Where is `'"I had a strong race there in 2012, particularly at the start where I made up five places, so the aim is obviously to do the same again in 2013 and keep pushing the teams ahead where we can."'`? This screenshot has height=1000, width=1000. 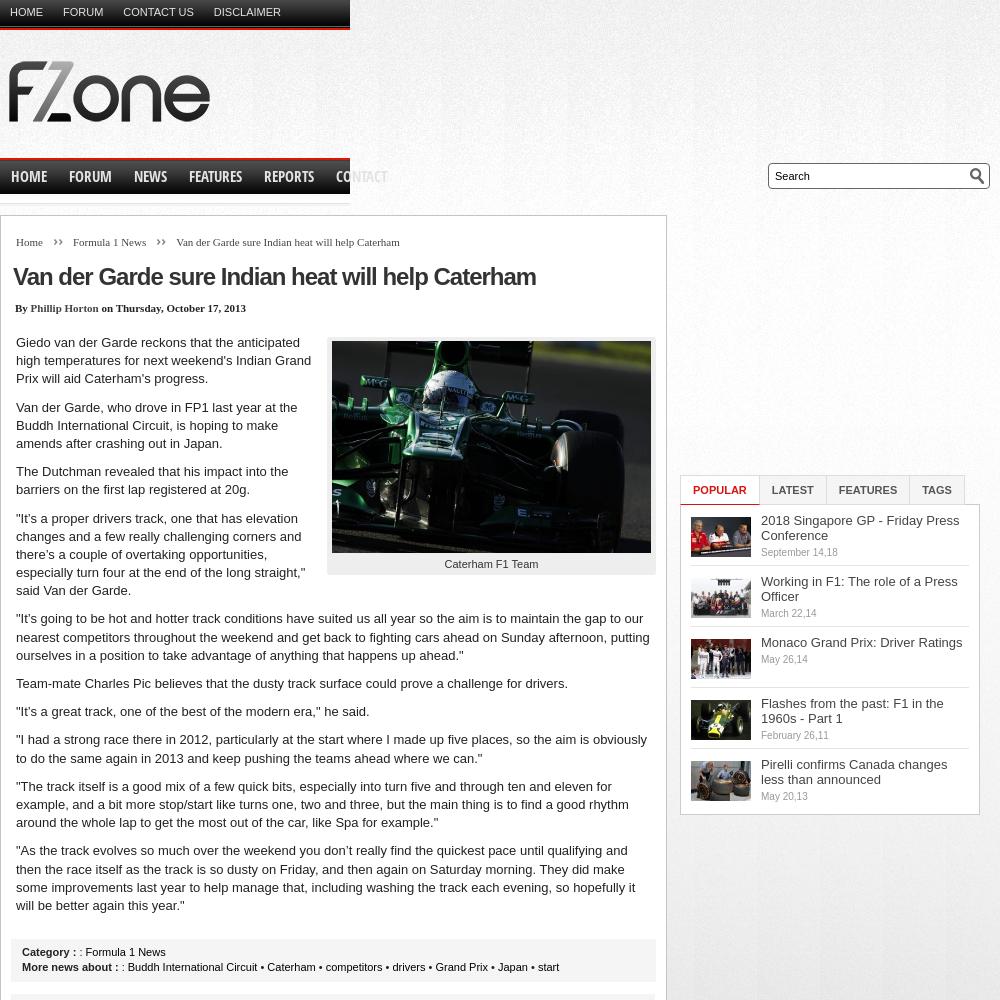
'"I had a strong race there in 2012, particularly at the start where I made up five places, so the aim is obviously to do the same again in 2013 and keep pushing the teams ahead where we can."' is located at coordinates (330, 747).